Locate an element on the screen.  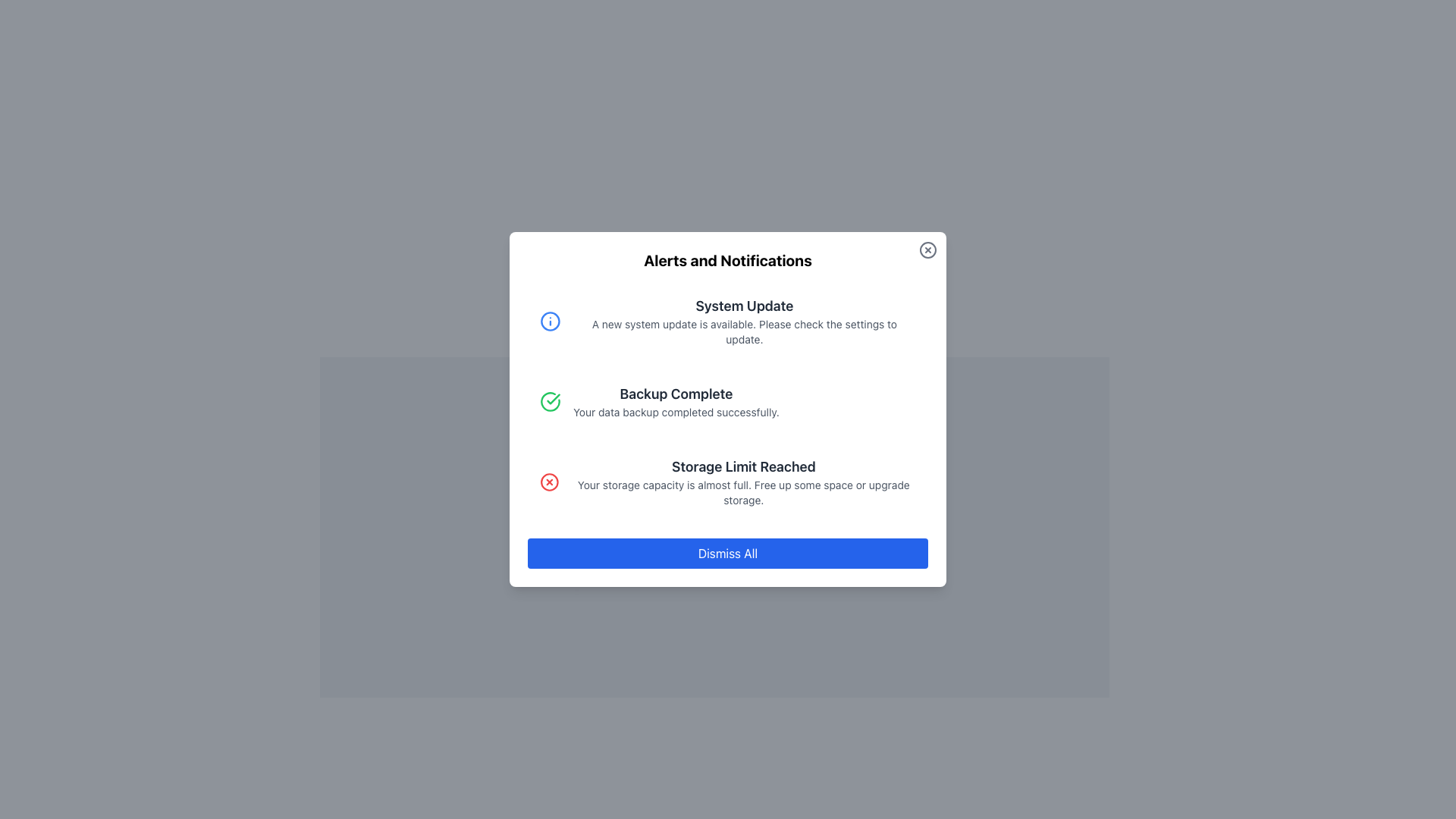
the text label titled 'System Update' which is styled in bold gray font and is centrally aligned above the description text is located at coordinates (744, 306).